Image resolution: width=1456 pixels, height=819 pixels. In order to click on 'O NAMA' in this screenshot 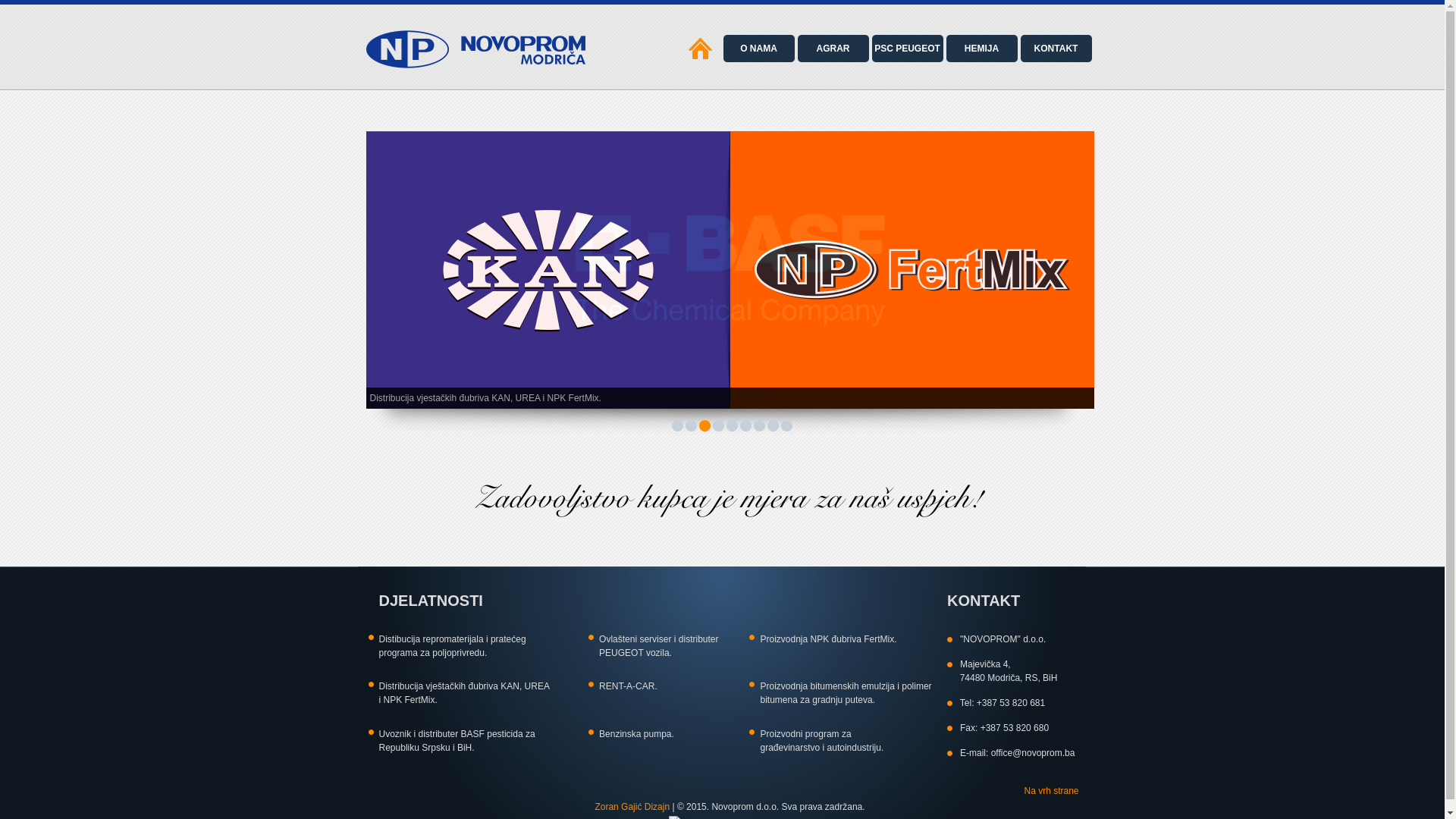, I will do `click(758, 48)`.